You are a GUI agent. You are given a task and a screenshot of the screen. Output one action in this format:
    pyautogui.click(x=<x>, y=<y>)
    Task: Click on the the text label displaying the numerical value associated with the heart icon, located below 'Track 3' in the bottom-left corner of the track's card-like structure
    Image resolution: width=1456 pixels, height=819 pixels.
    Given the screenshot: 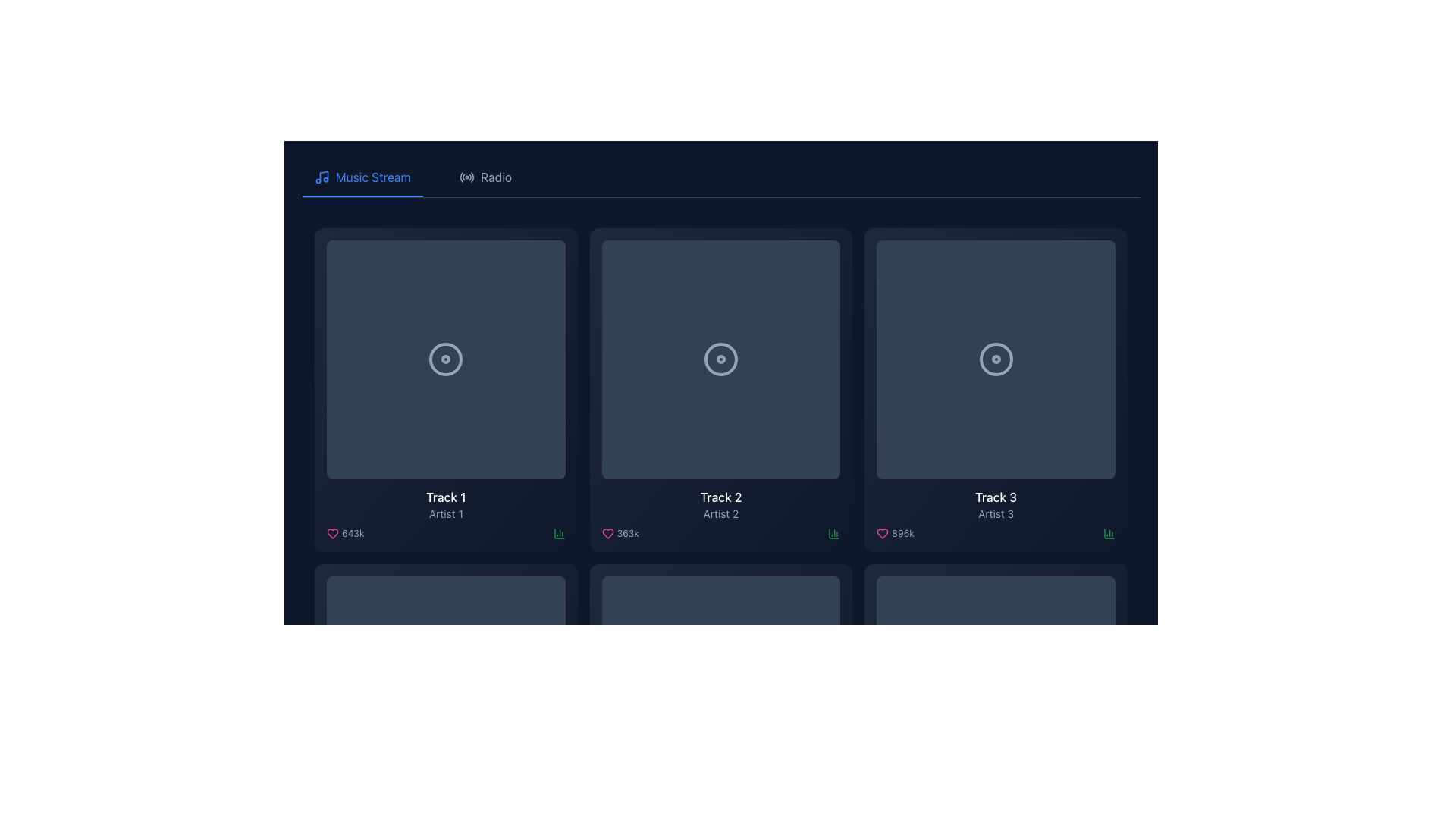 What is the action you would take?
    pyautogui.click(x=902, y=532)
    